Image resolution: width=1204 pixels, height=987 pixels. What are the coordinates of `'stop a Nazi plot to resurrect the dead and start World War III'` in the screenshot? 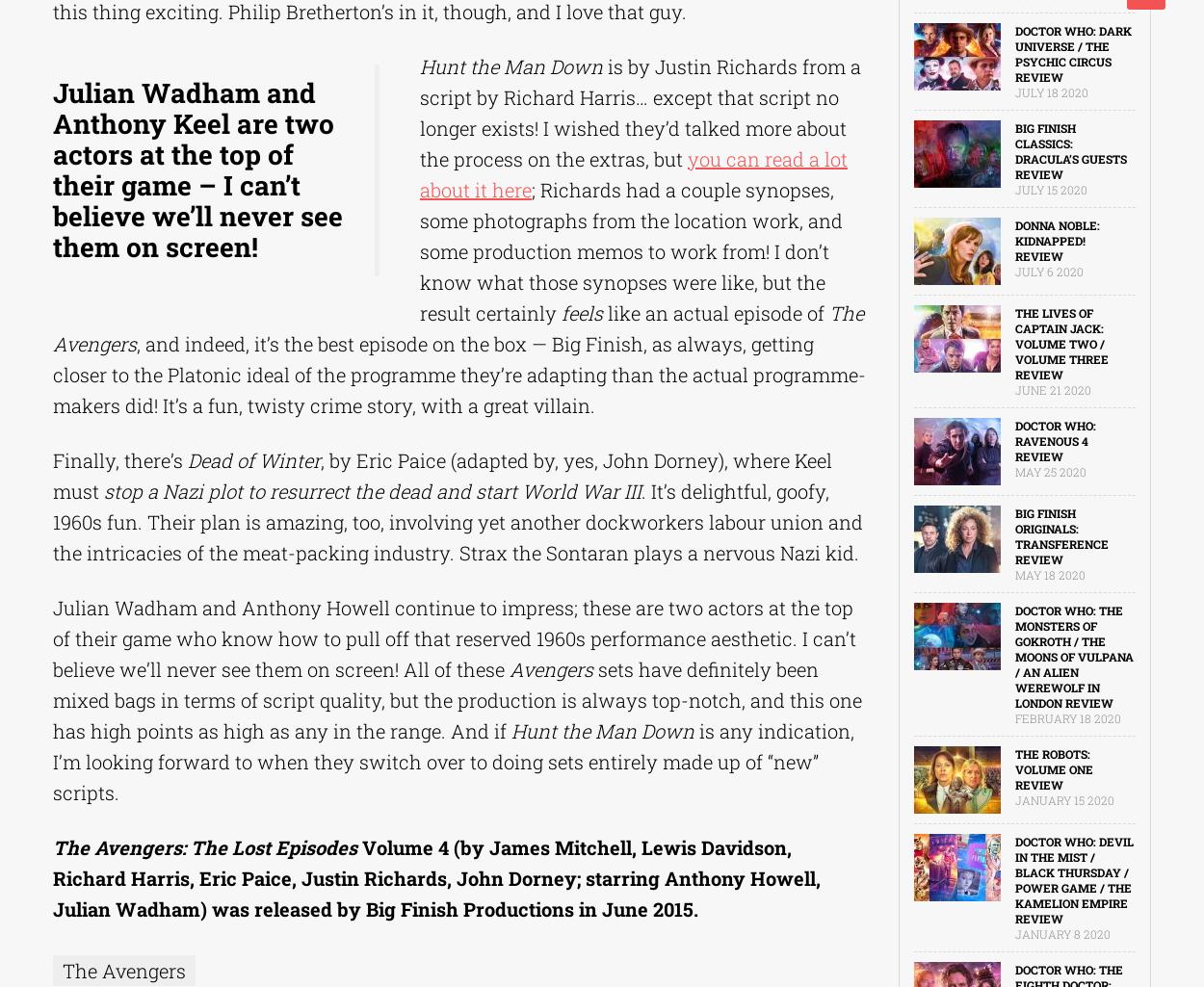 It's located at (373, 490).